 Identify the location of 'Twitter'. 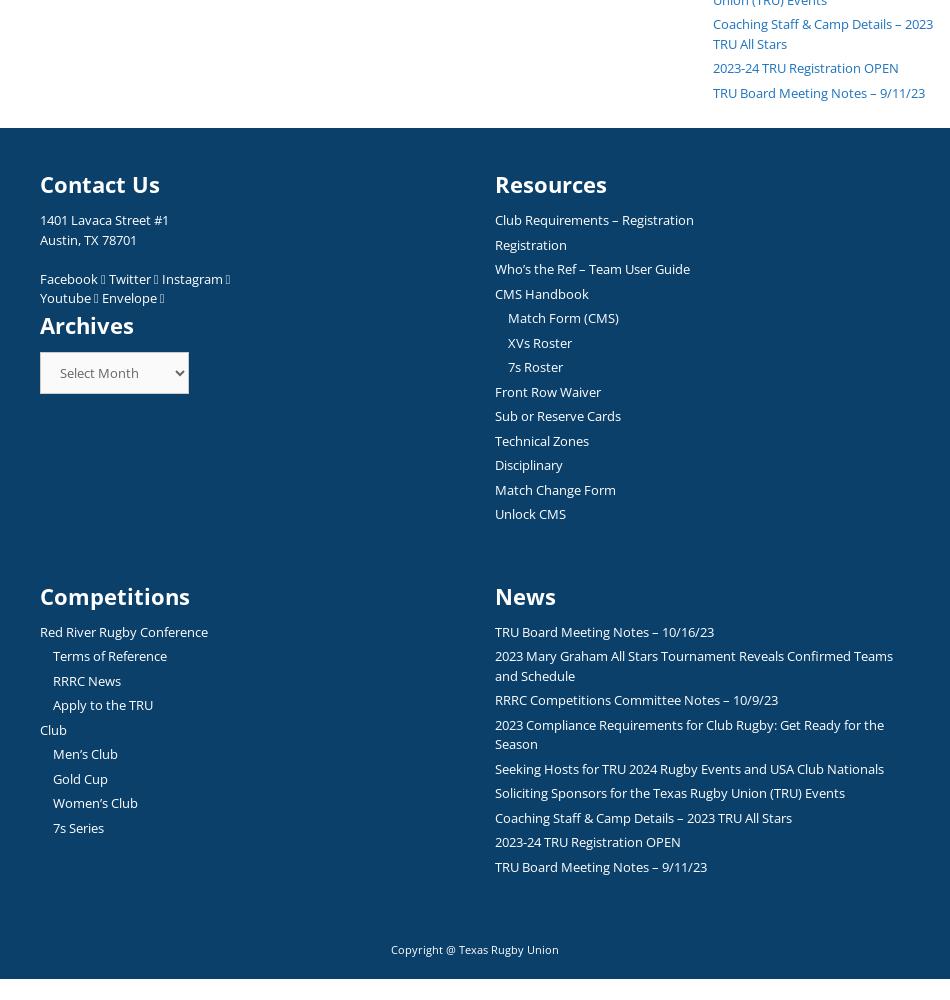
(129, 278).